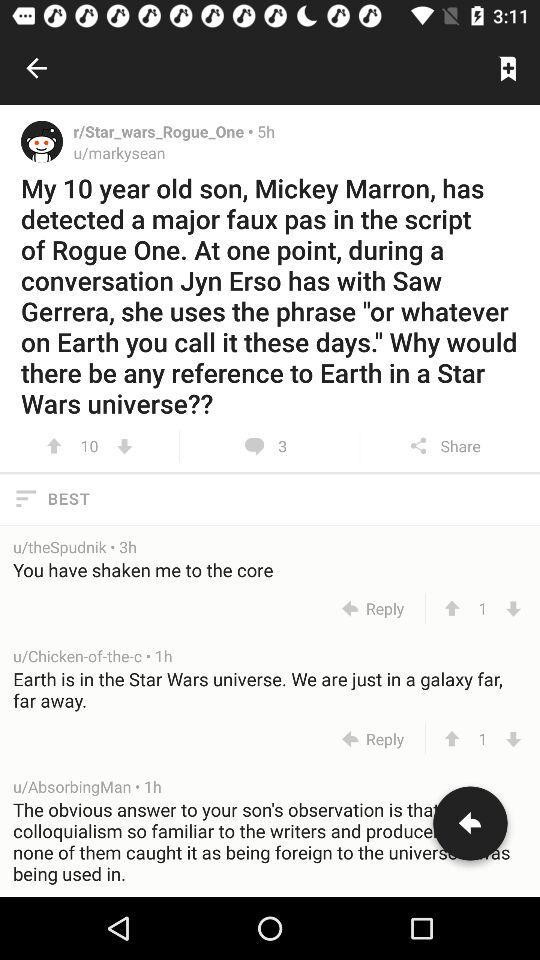 The width and height of the screenshot is (540, 960). What do you see at coordinates (270, 570) in the screenshot?
I see `the you have shaken` at bounding box center [270, 570].